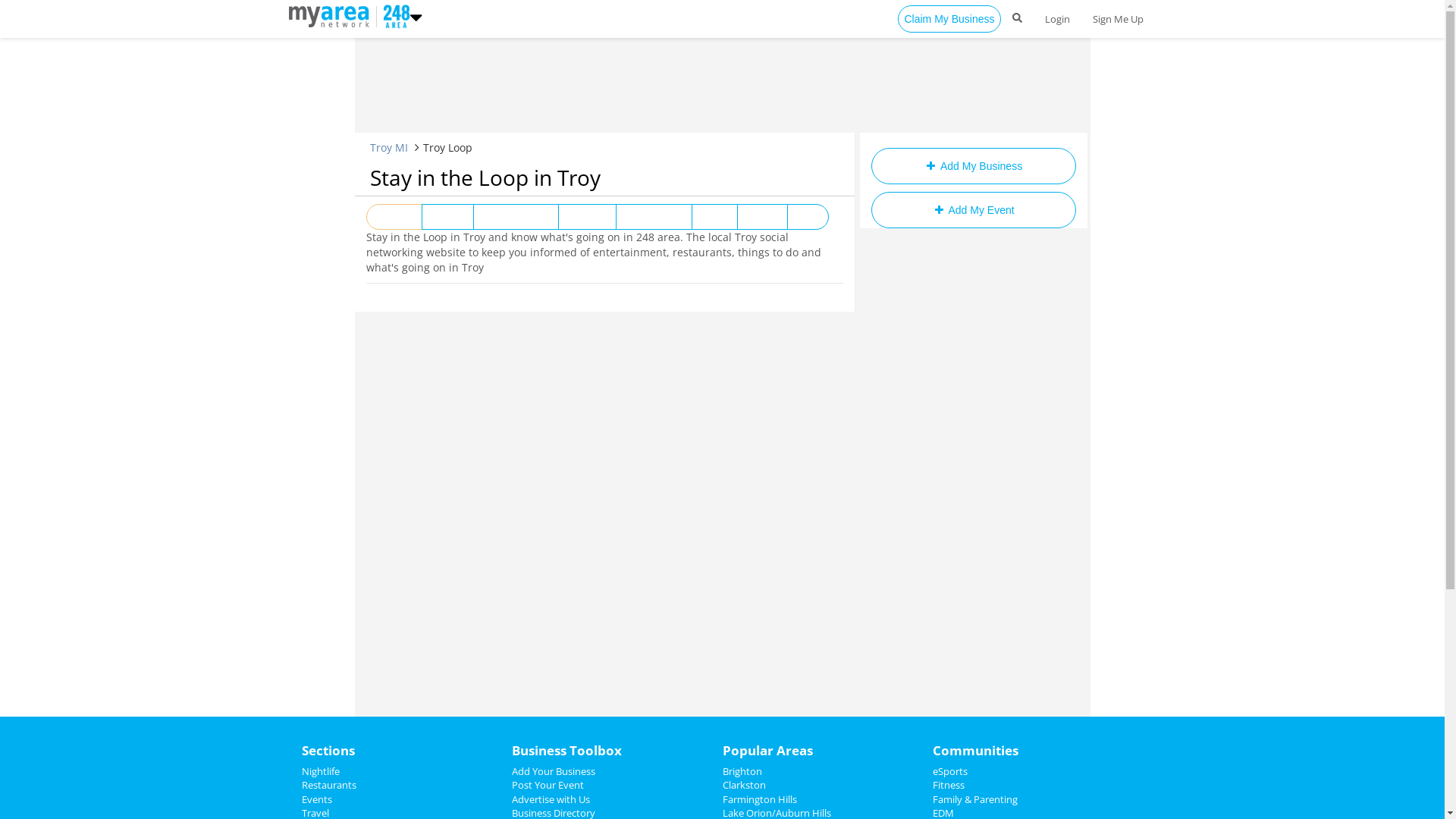  Describe the element at coordinates (1118, 18) in the screenshot. I see `'Sign Me Up'` at that location.